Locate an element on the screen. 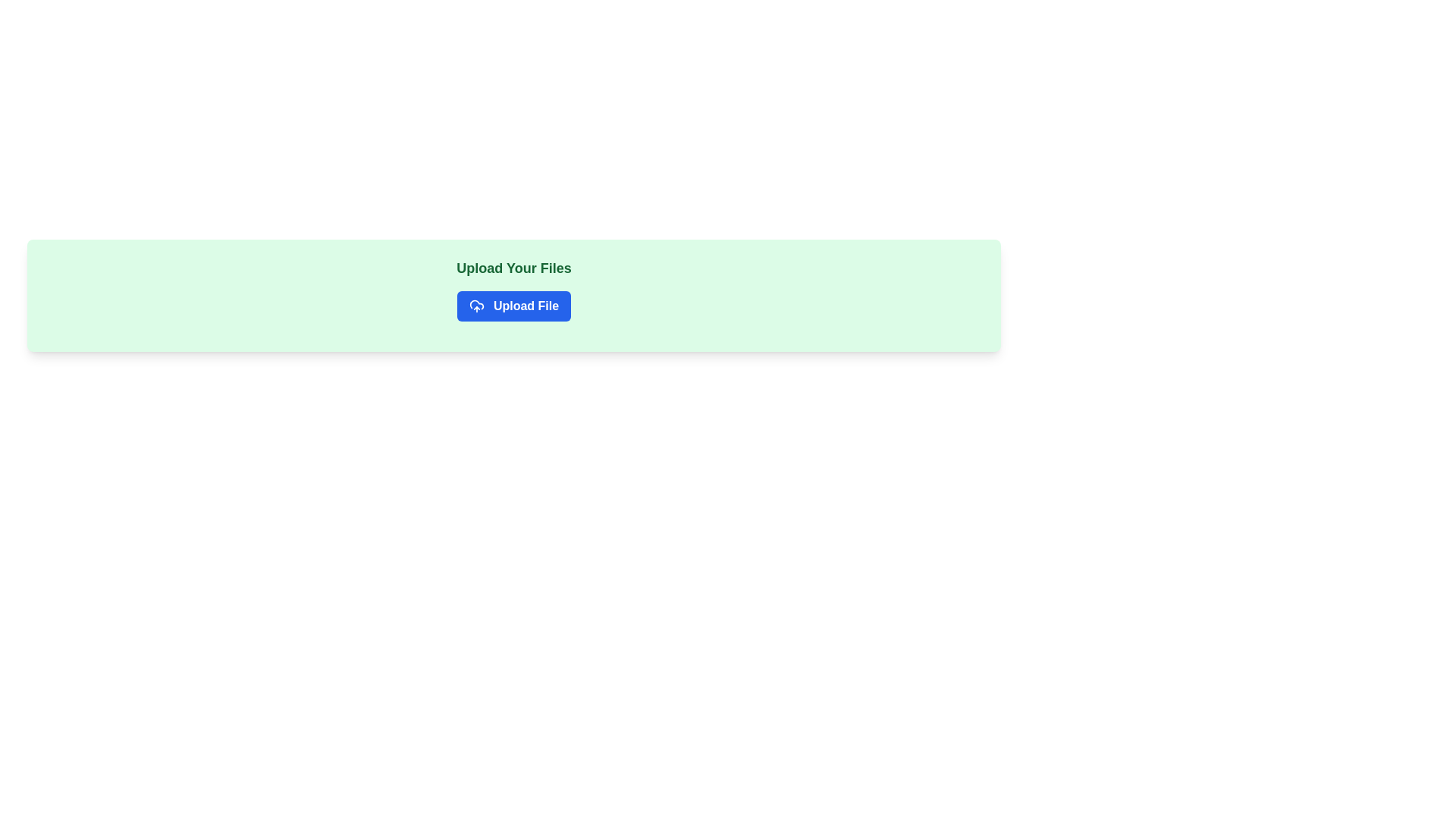  the Text Label that serves as the title for the section dedicated to file uploads, located directly above the blue 'Upload File' button is located at coordinates (513, 268).